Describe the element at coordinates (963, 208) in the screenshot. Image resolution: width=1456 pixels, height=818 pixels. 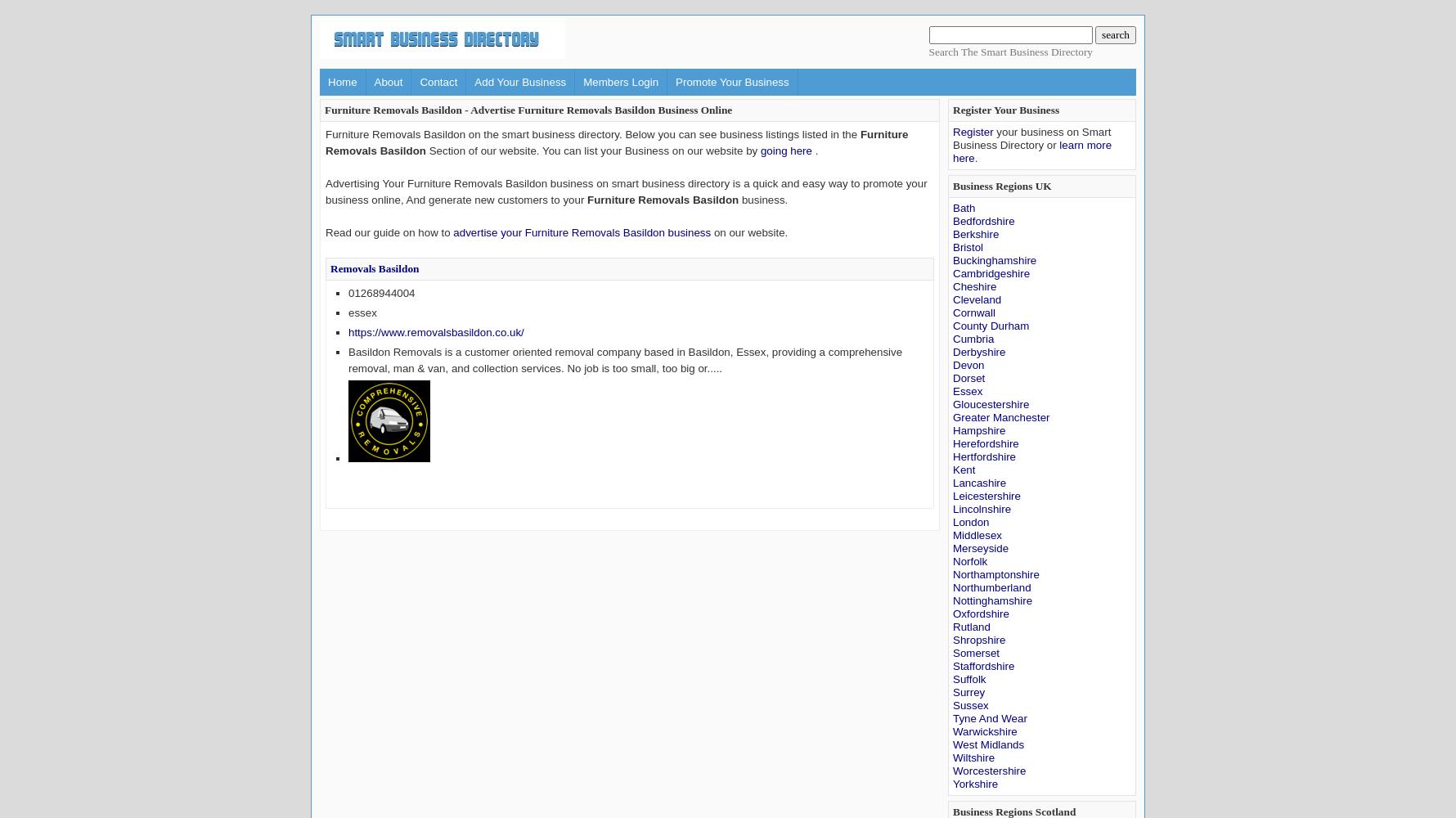
I see `'Bath'` at that location.